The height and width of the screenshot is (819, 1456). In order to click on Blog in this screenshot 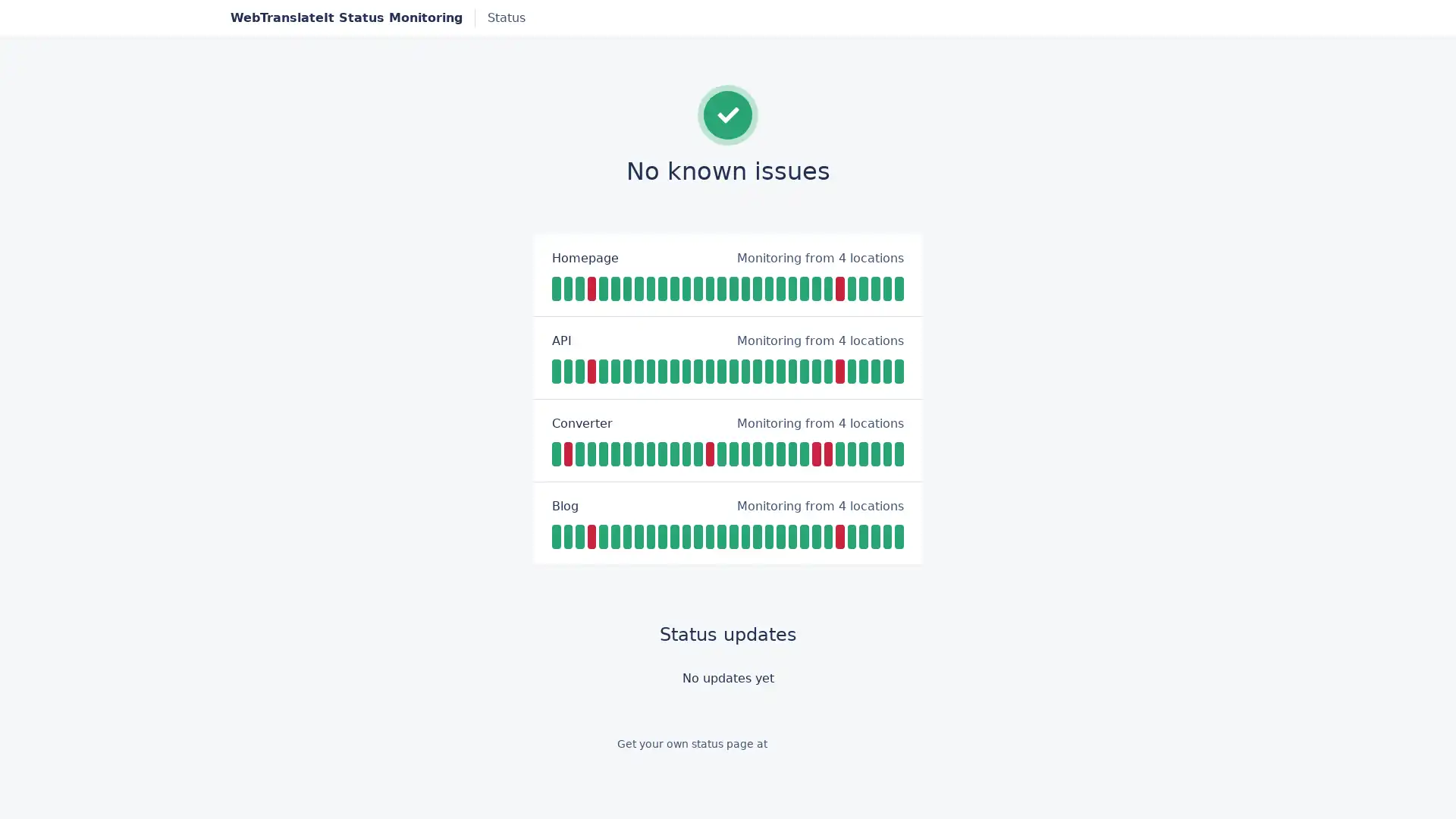, I will do `click(564, 506)`.